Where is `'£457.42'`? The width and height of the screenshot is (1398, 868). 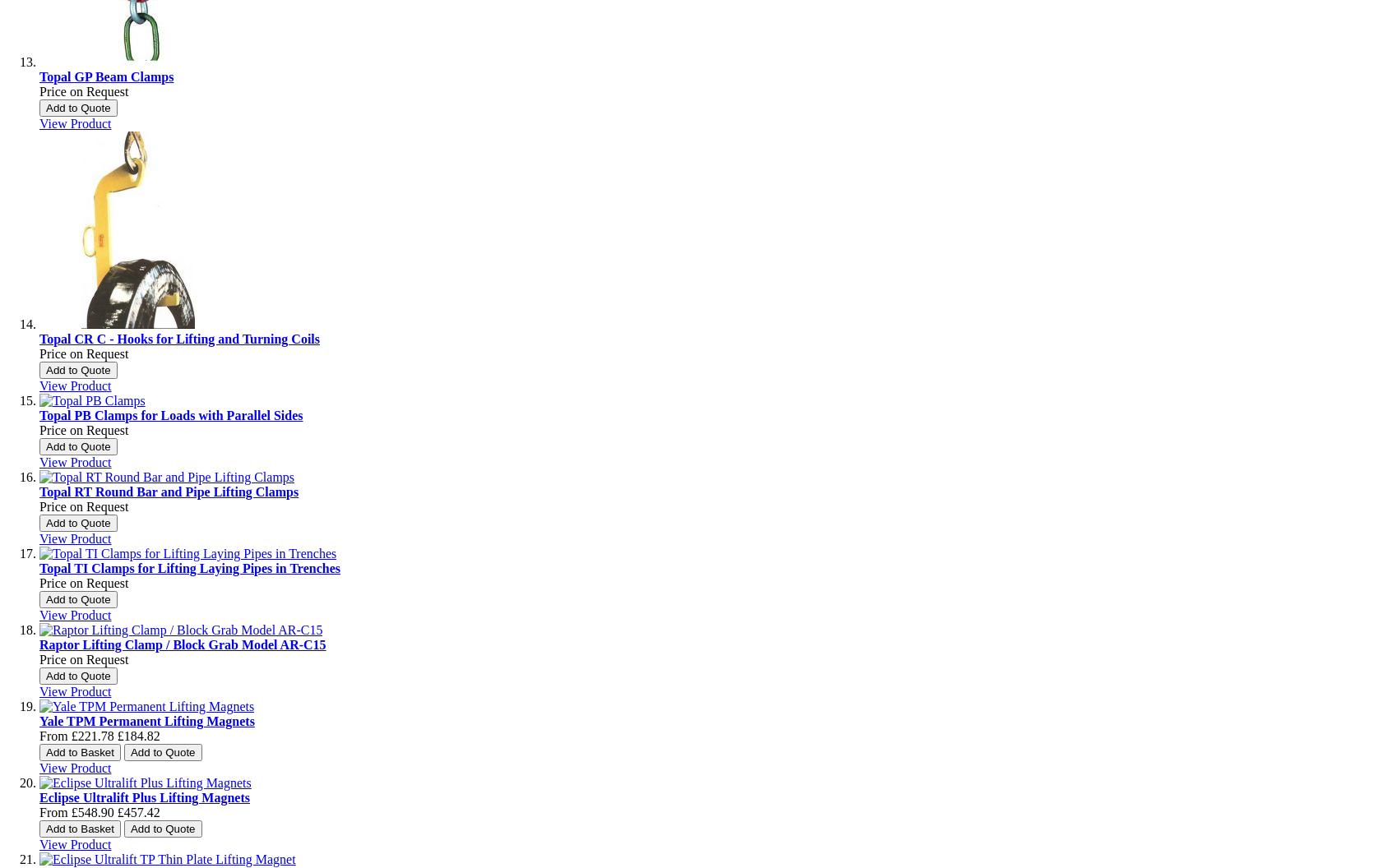
'£457.42' is located at coordinates (137, 812).